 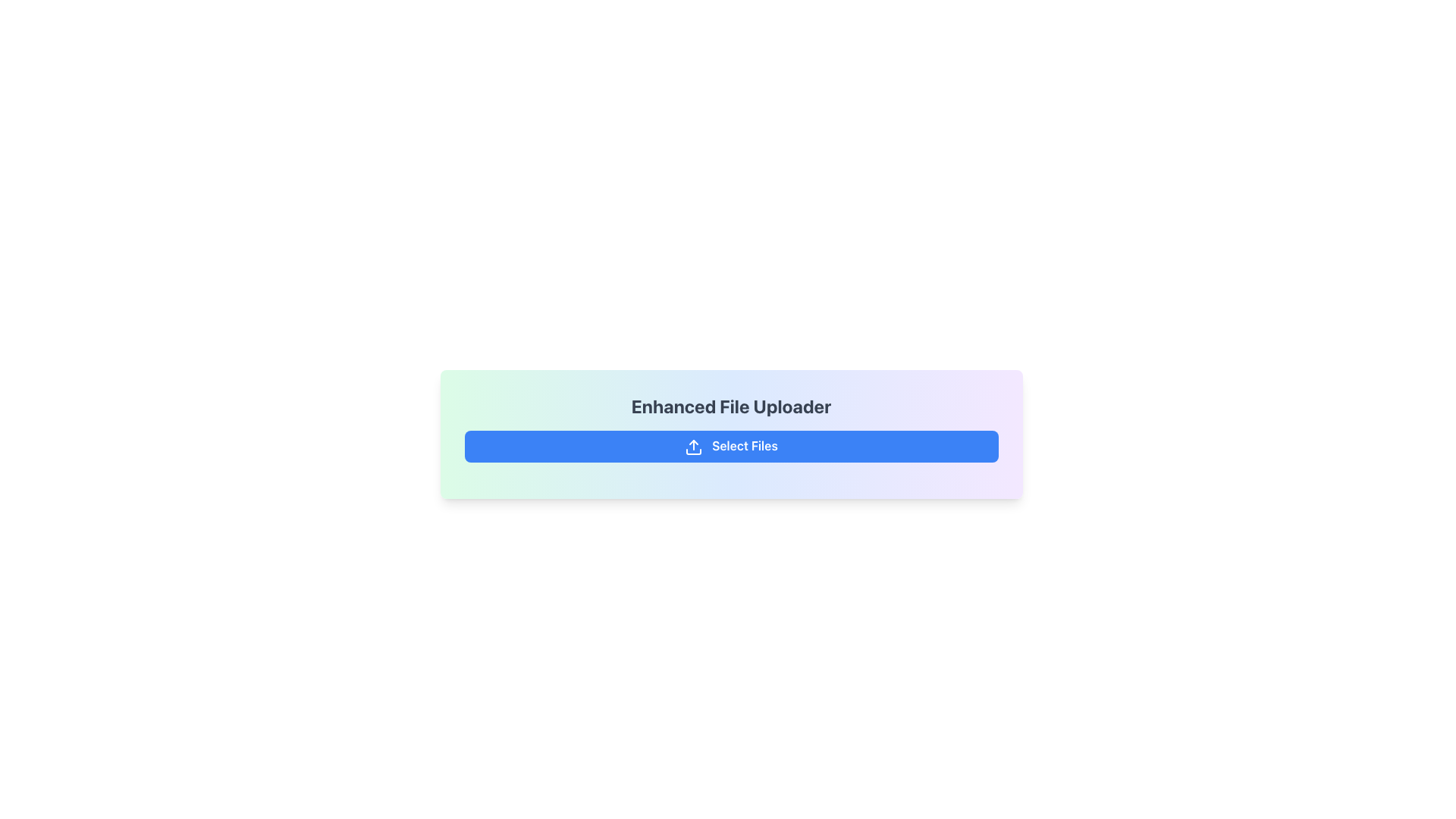 I want to click on the 'Select Files' button on the file upload interface, so click(x=731, y=434).